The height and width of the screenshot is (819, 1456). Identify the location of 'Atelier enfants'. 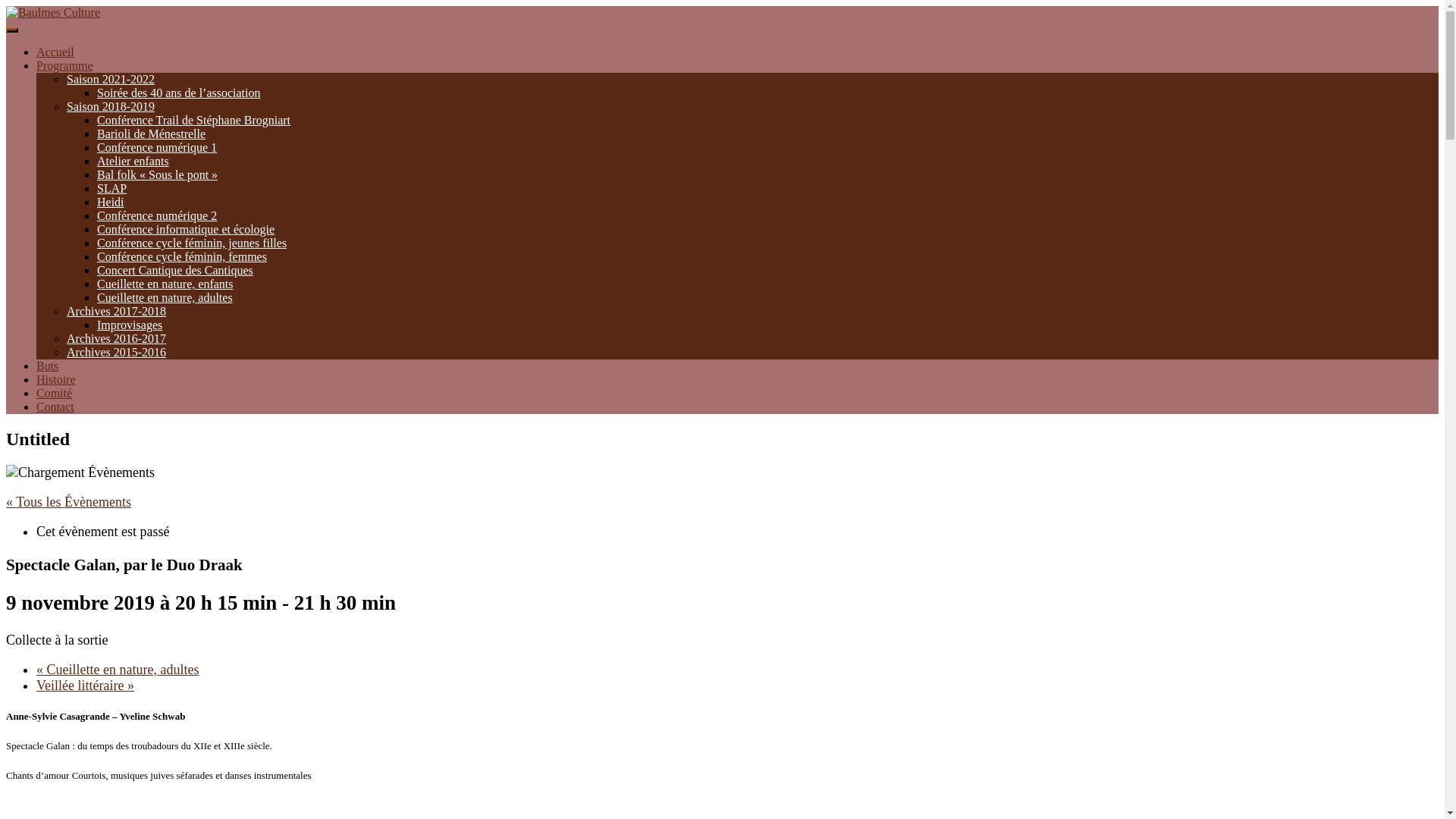
(133, 161).